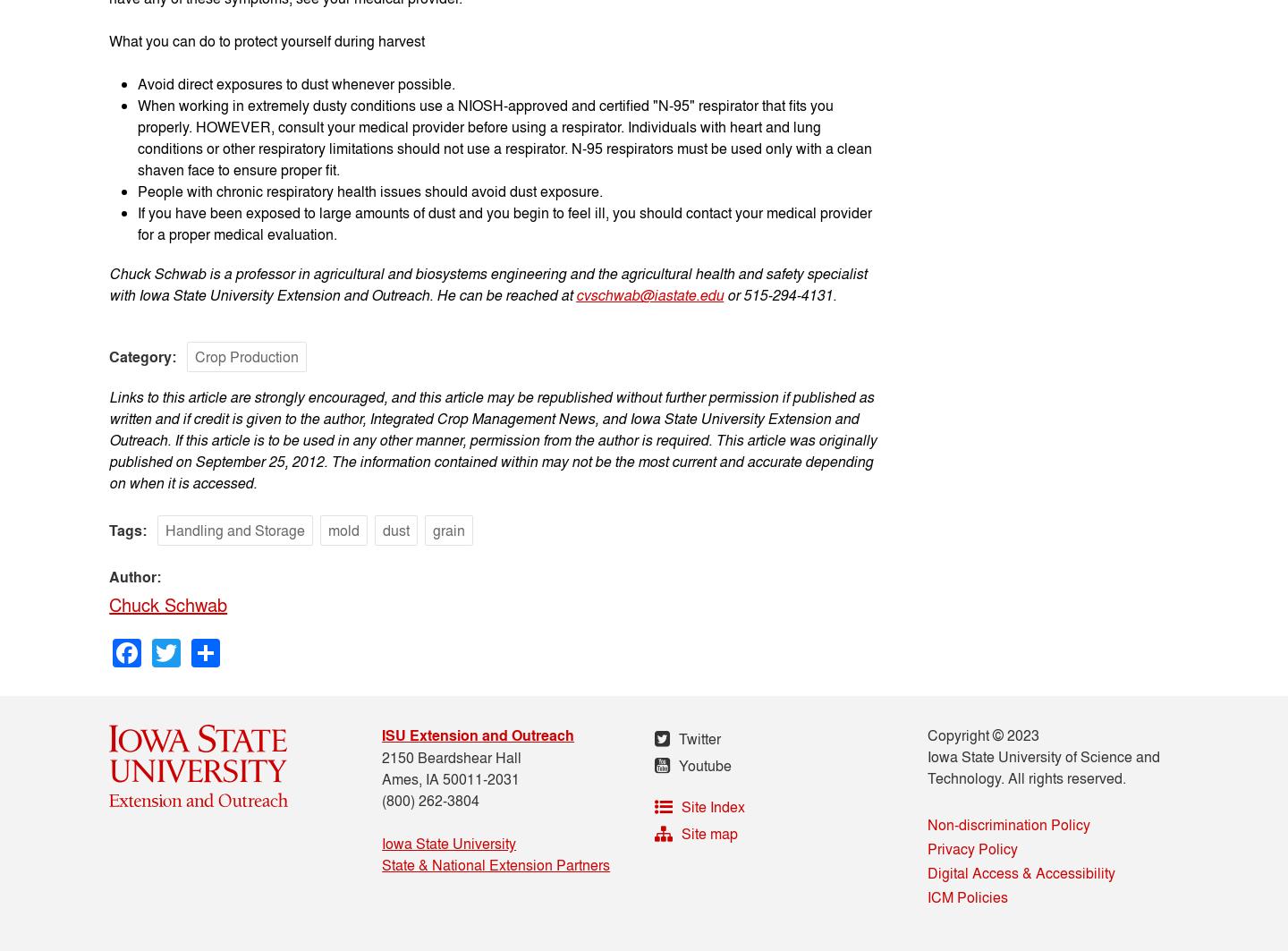 The height and width of the screenshot is (951, 1288). Describe the element at coordinates (258, 644) in the screenshot. I see `'Share'` at that location.